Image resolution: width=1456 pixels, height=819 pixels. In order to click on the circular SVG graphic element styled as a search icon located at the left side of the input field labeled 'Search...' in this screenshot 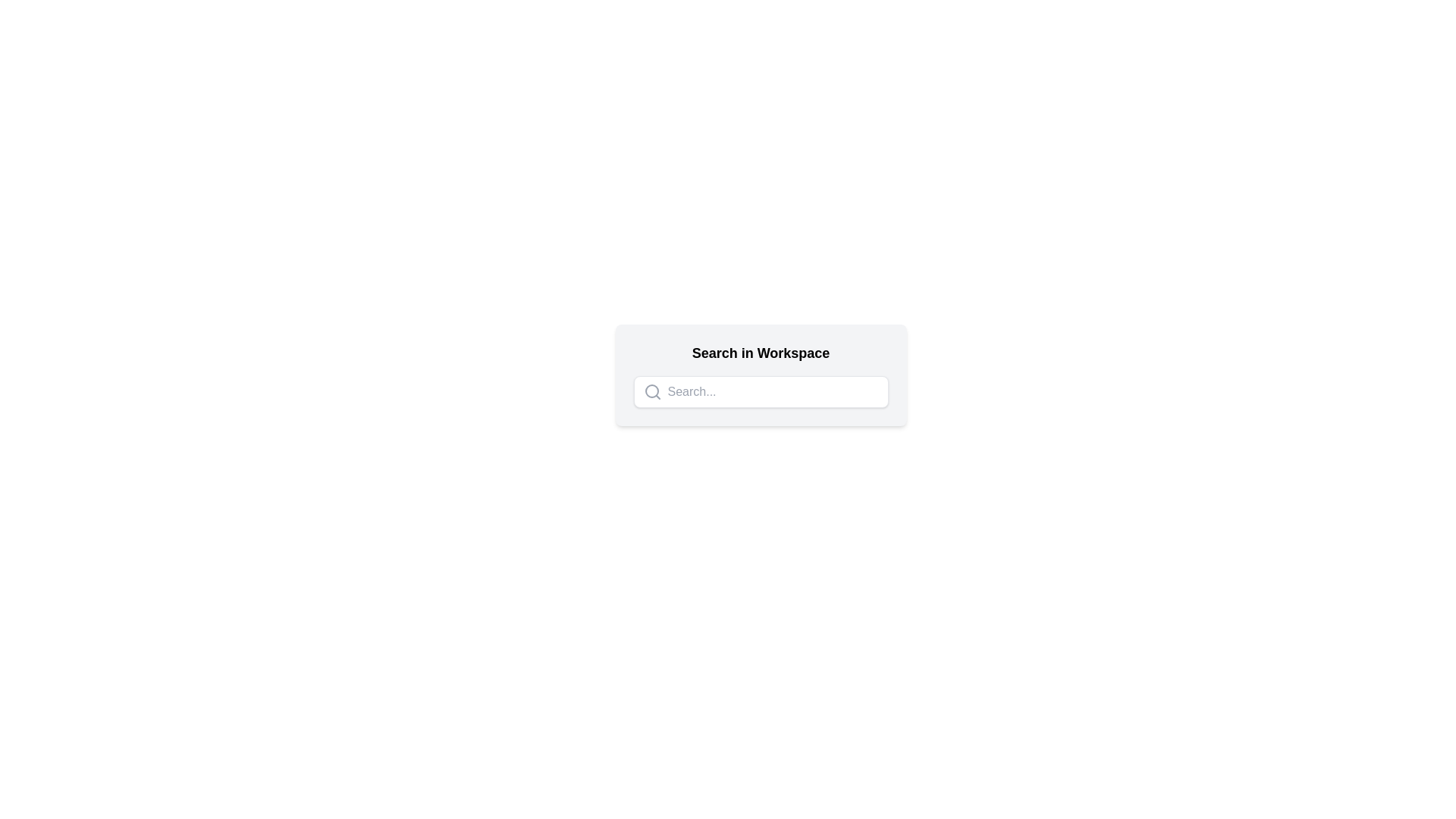, I will do `click(651, 391)`.